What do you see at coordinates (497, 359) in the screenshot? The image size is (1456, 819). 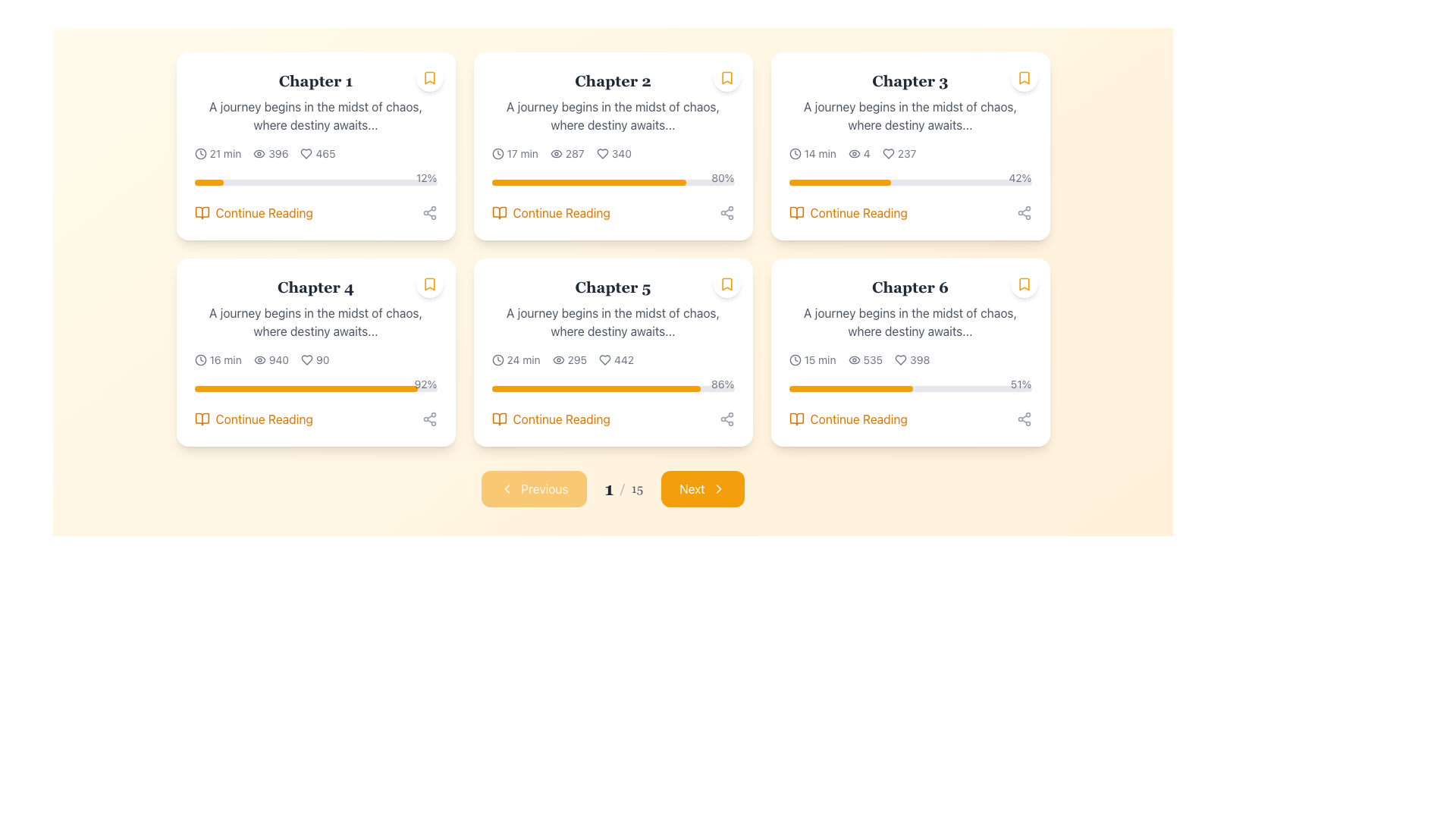 I see `the icon indicating the duration for 'Chapter 5', located to the left of the '24 min' text` at bounding box center [497, 359].